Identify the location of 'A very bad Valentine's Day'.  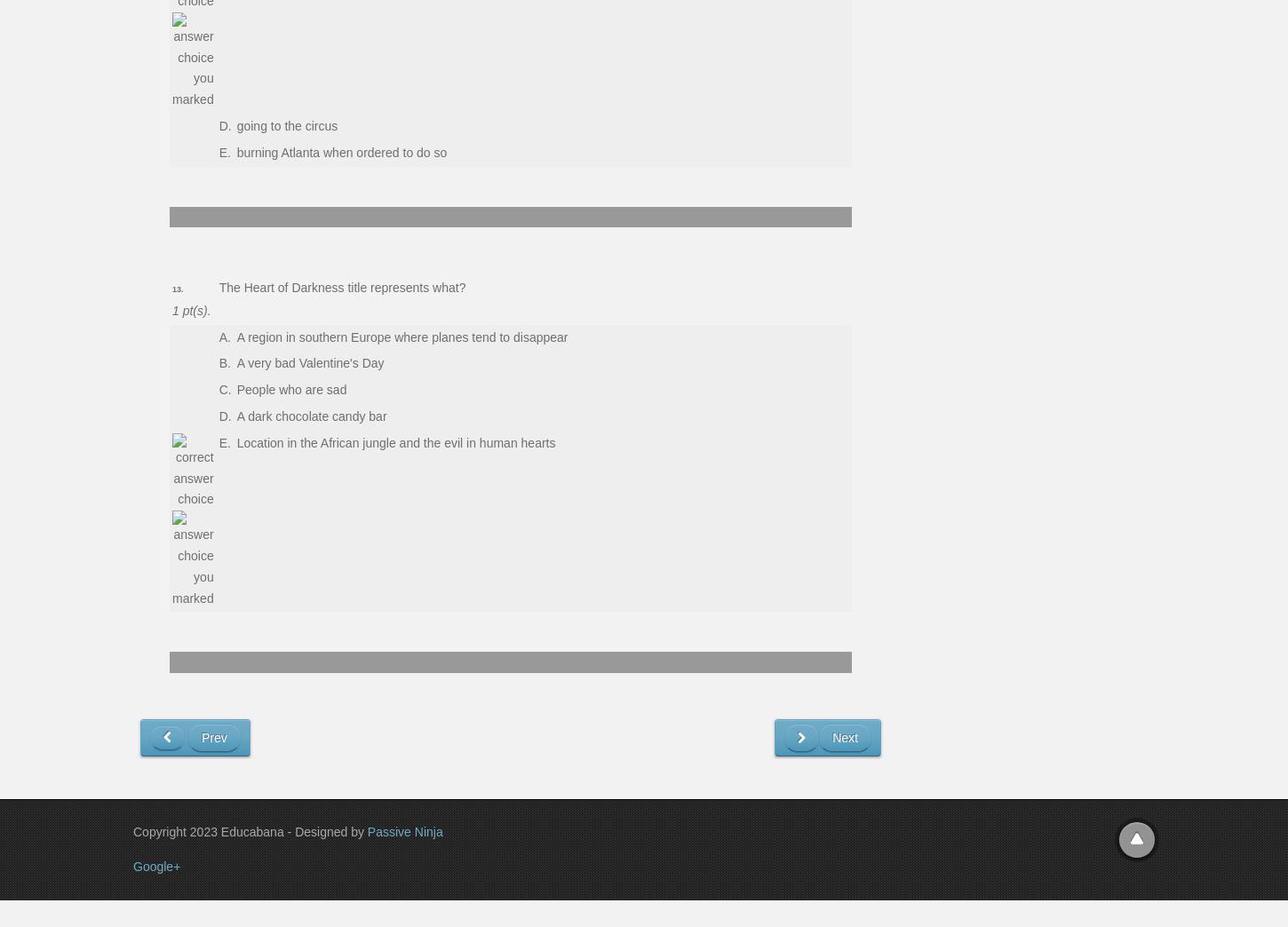
(310, 362).